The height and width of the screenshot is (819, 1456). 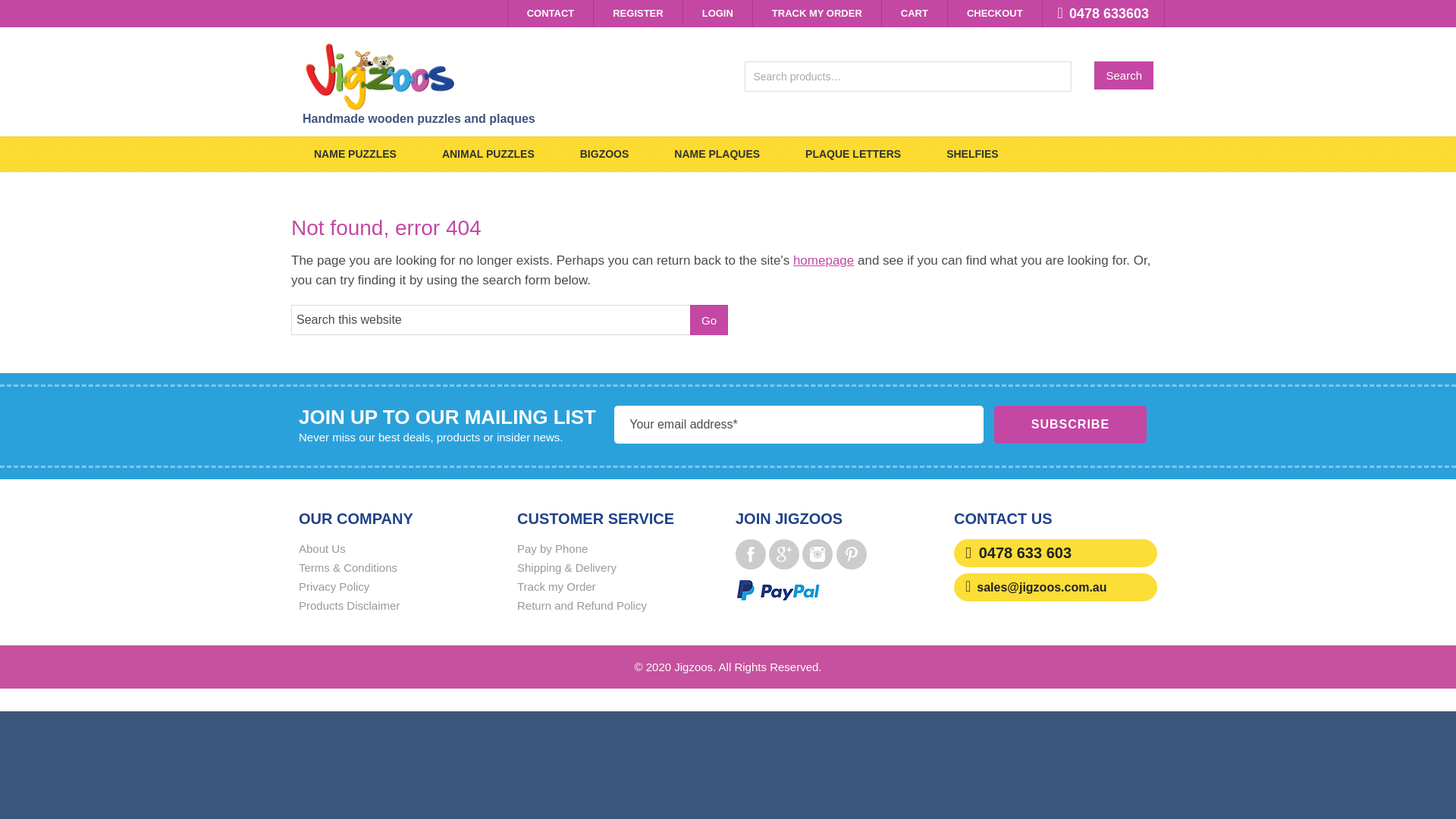 What do you see at coordinates (347, 567) in the screenshot?
I see `'Terms & Conditions'` at bounding box center [347, 567].